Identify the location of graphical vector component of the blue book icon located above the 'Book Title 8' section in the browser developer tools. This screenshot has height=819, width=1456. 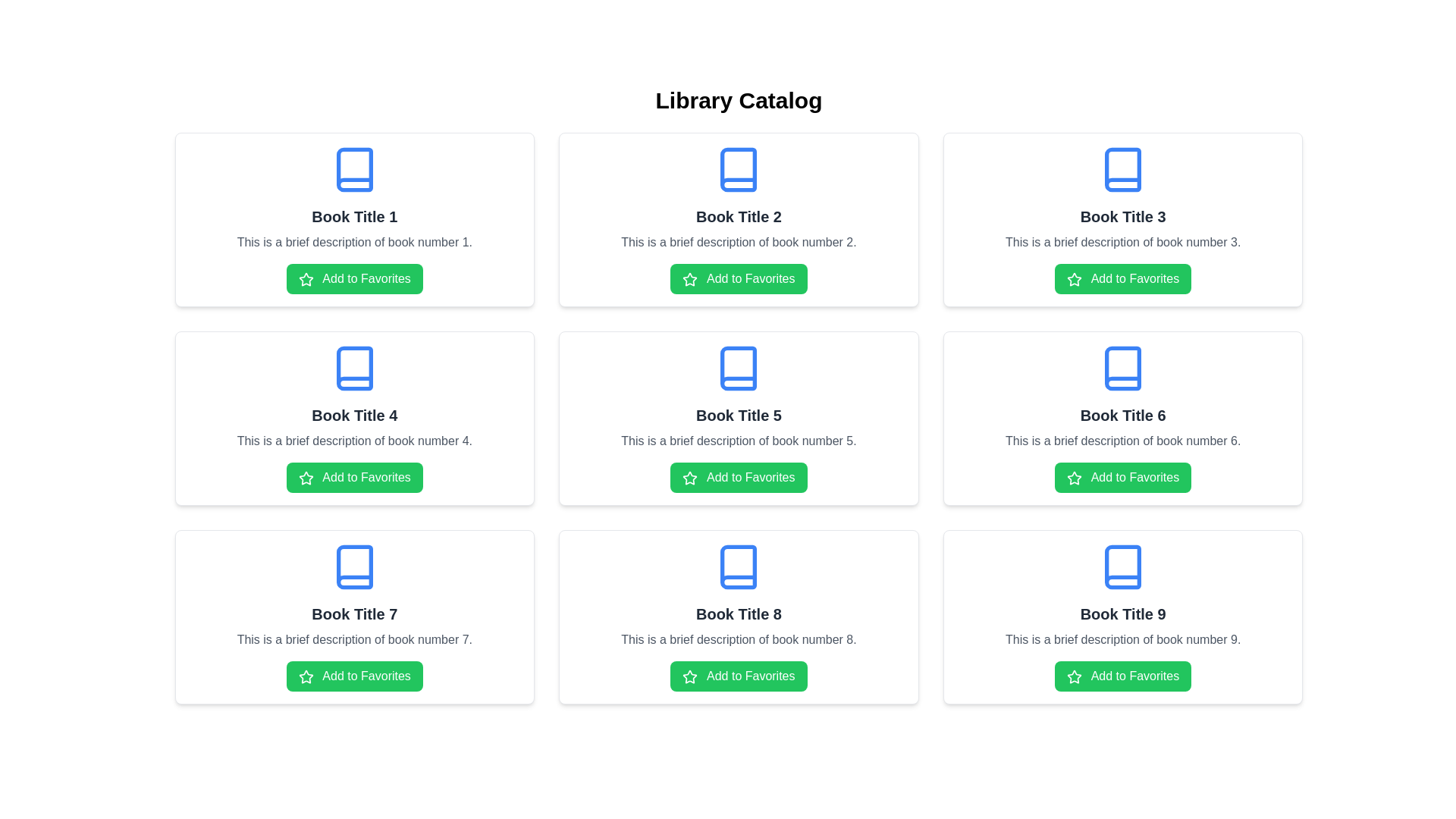
(739, 567).